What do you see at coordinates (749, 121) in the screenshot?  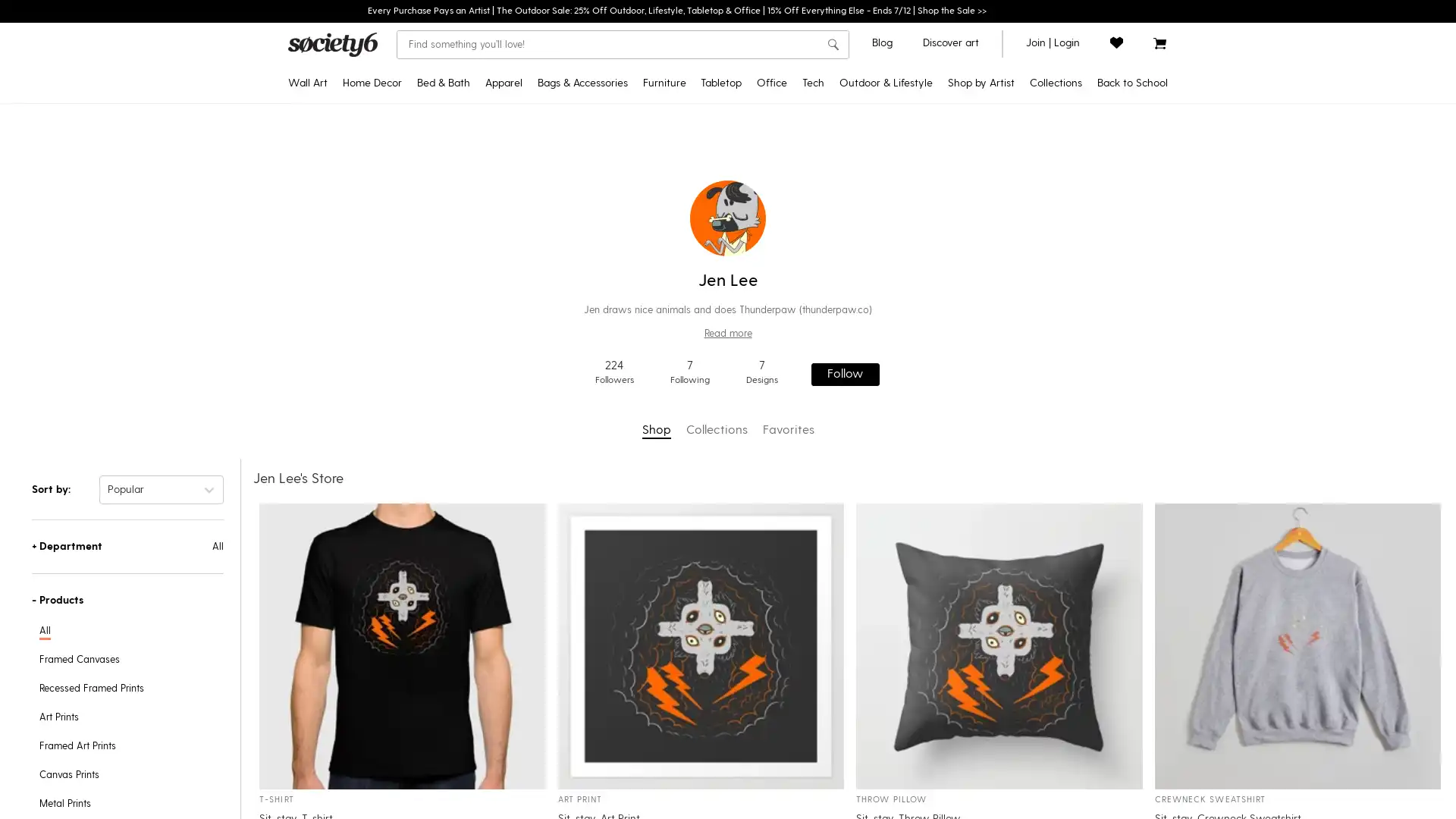 I see `Coffee Mugs` at bounding box center [749, 121].